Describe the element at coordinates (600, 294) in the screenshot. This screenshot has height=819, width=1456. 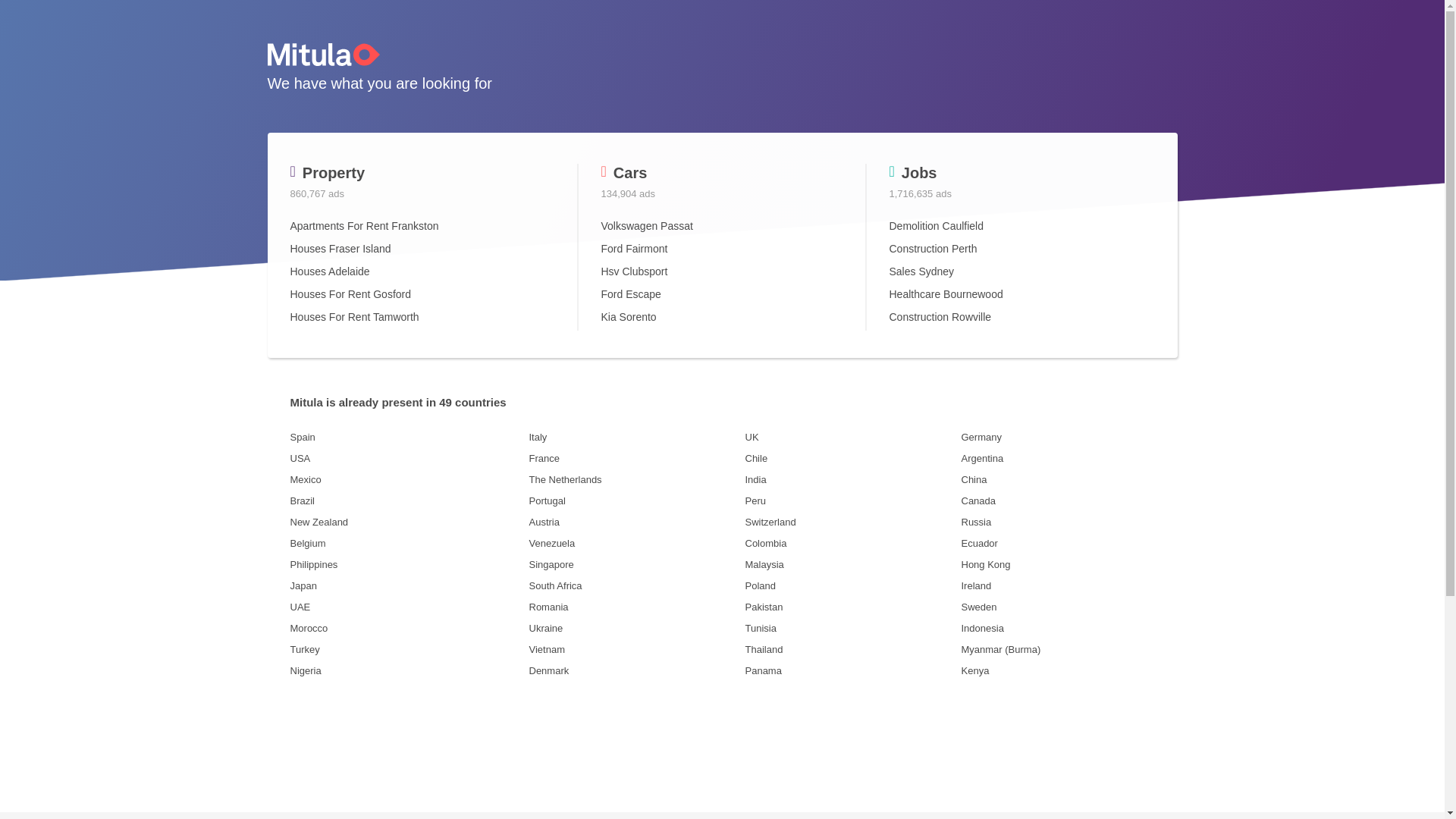
I see `'Ford Escape'` at that location.